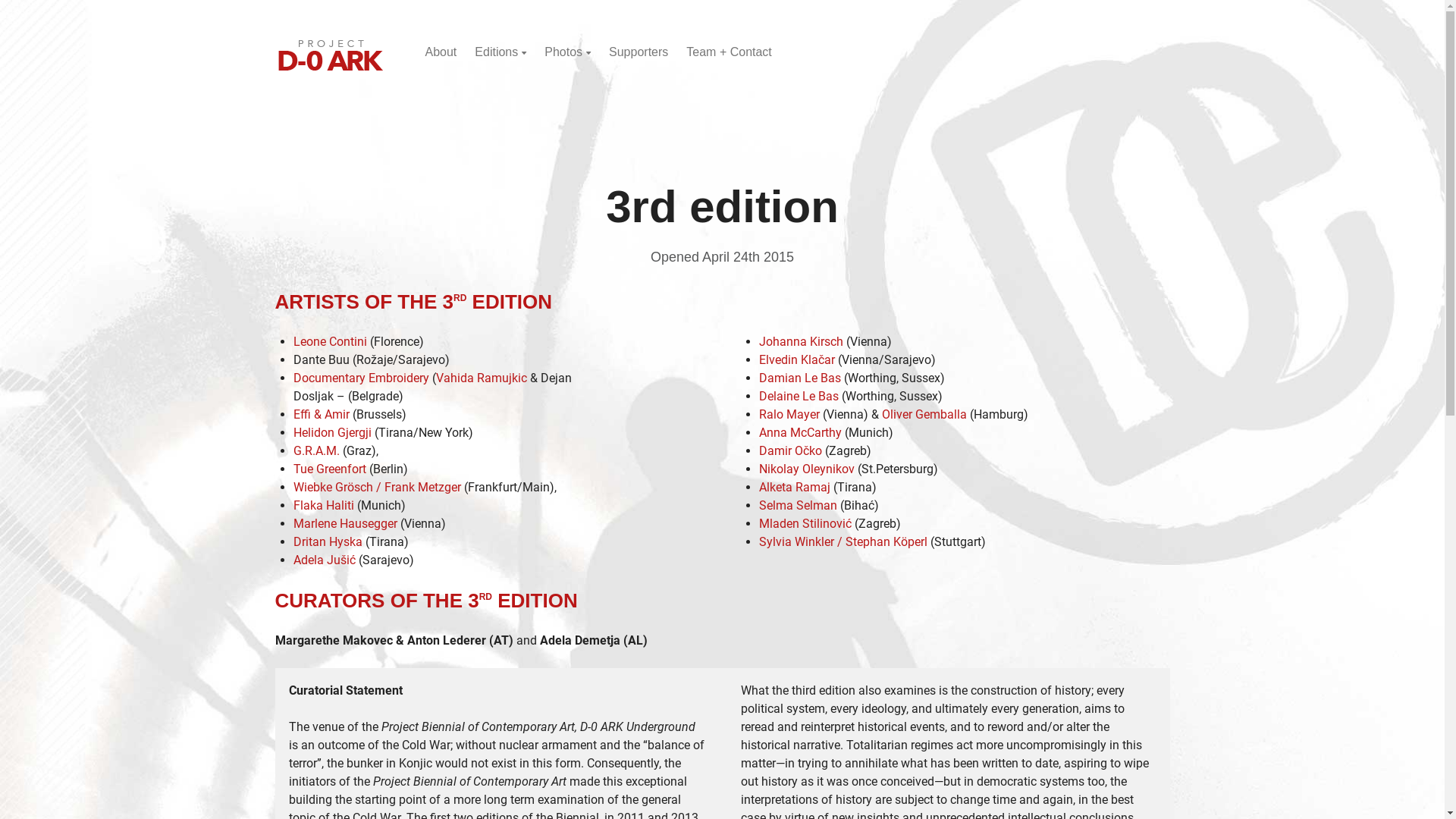 This screenshot has width=1456, height=819. Describe the element at coordinates (331, 432) in the screenshot. I see `'Helidon Gjergji'` at that location.